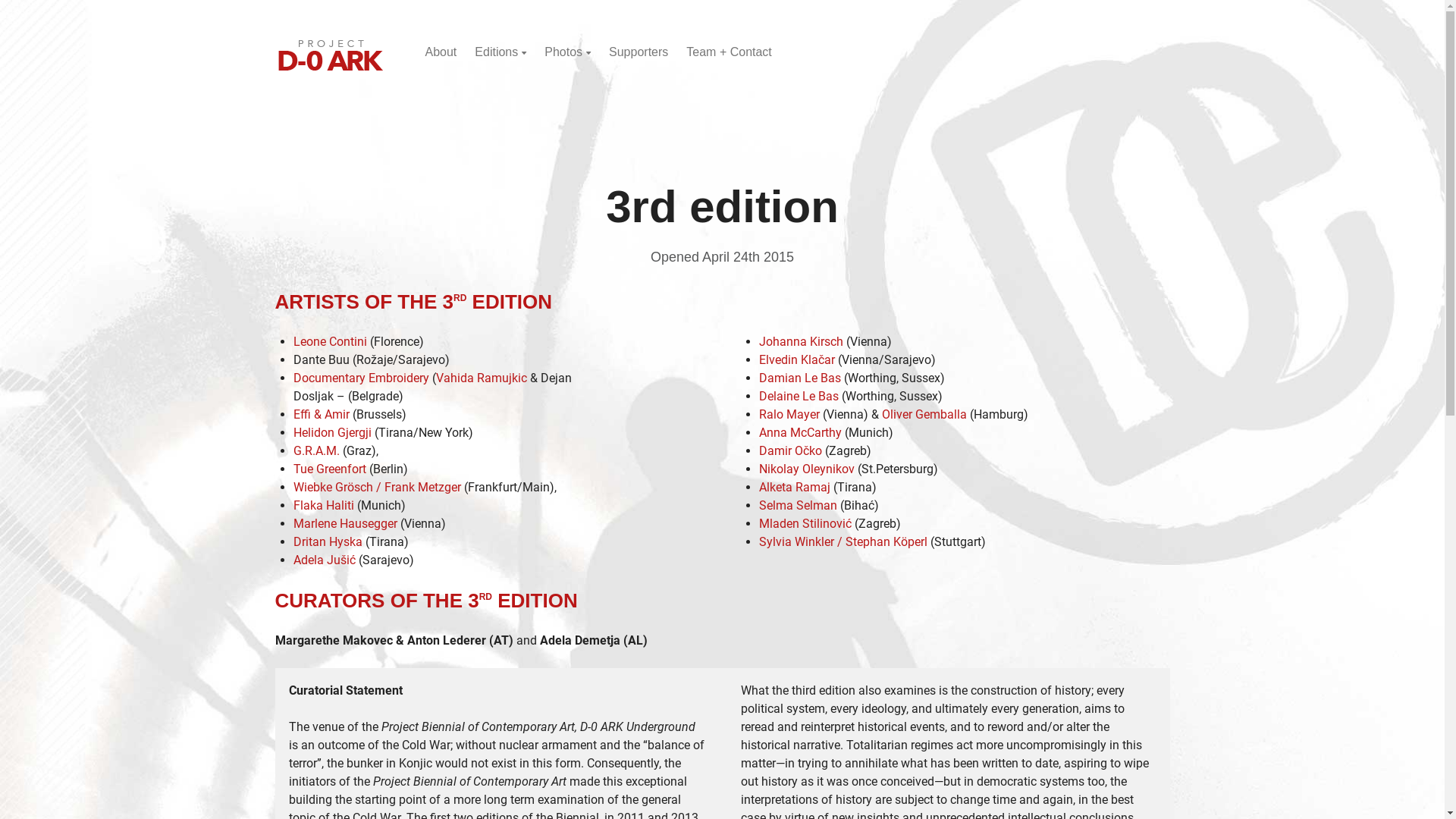 This screenshot has width=1456, height=819. Describe the element at coordinates (331, 432) in the screenshot. I see `'Helidon Gjergji'` at that location.